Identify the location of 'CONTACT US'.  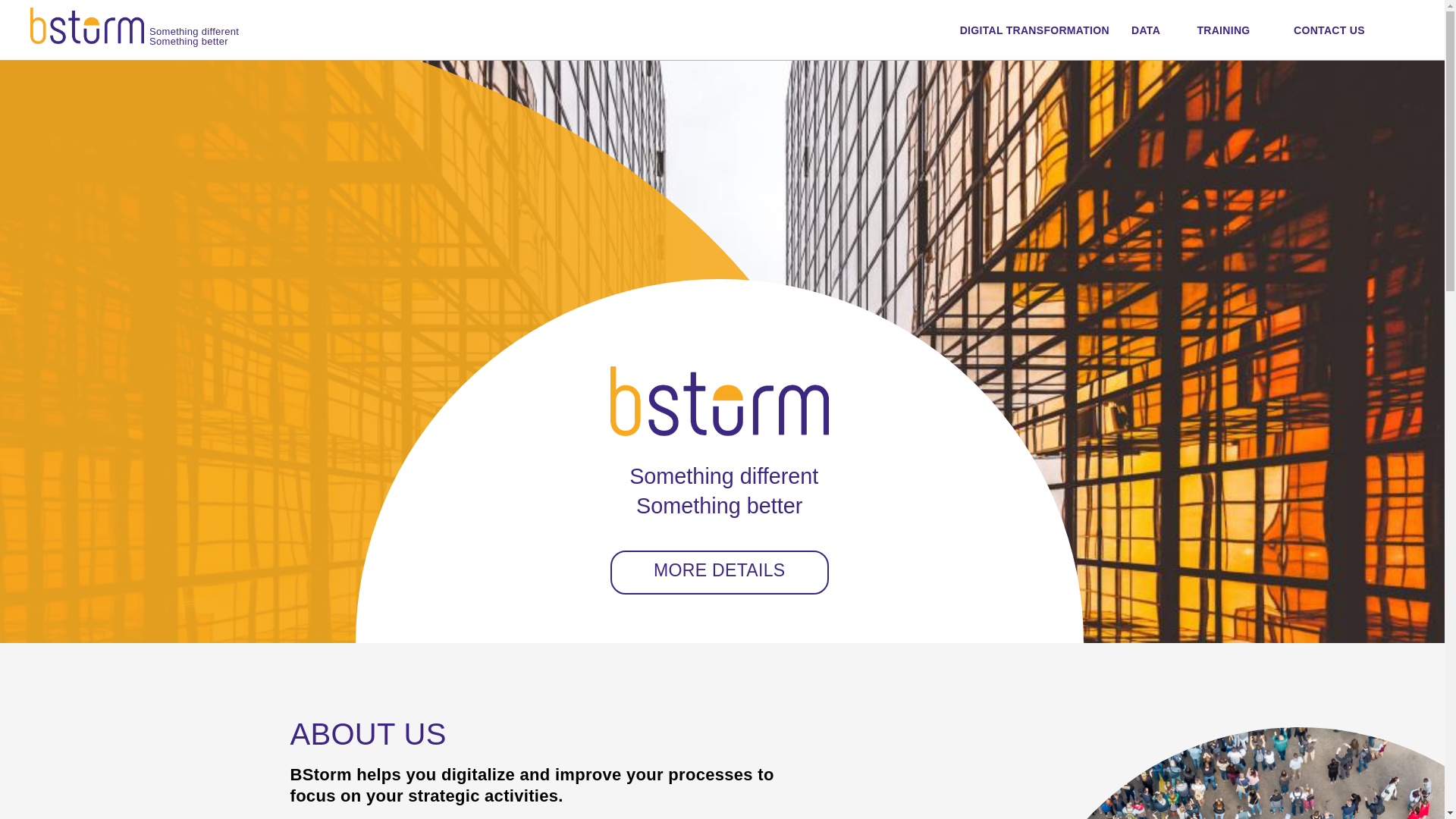
(1321, 30).